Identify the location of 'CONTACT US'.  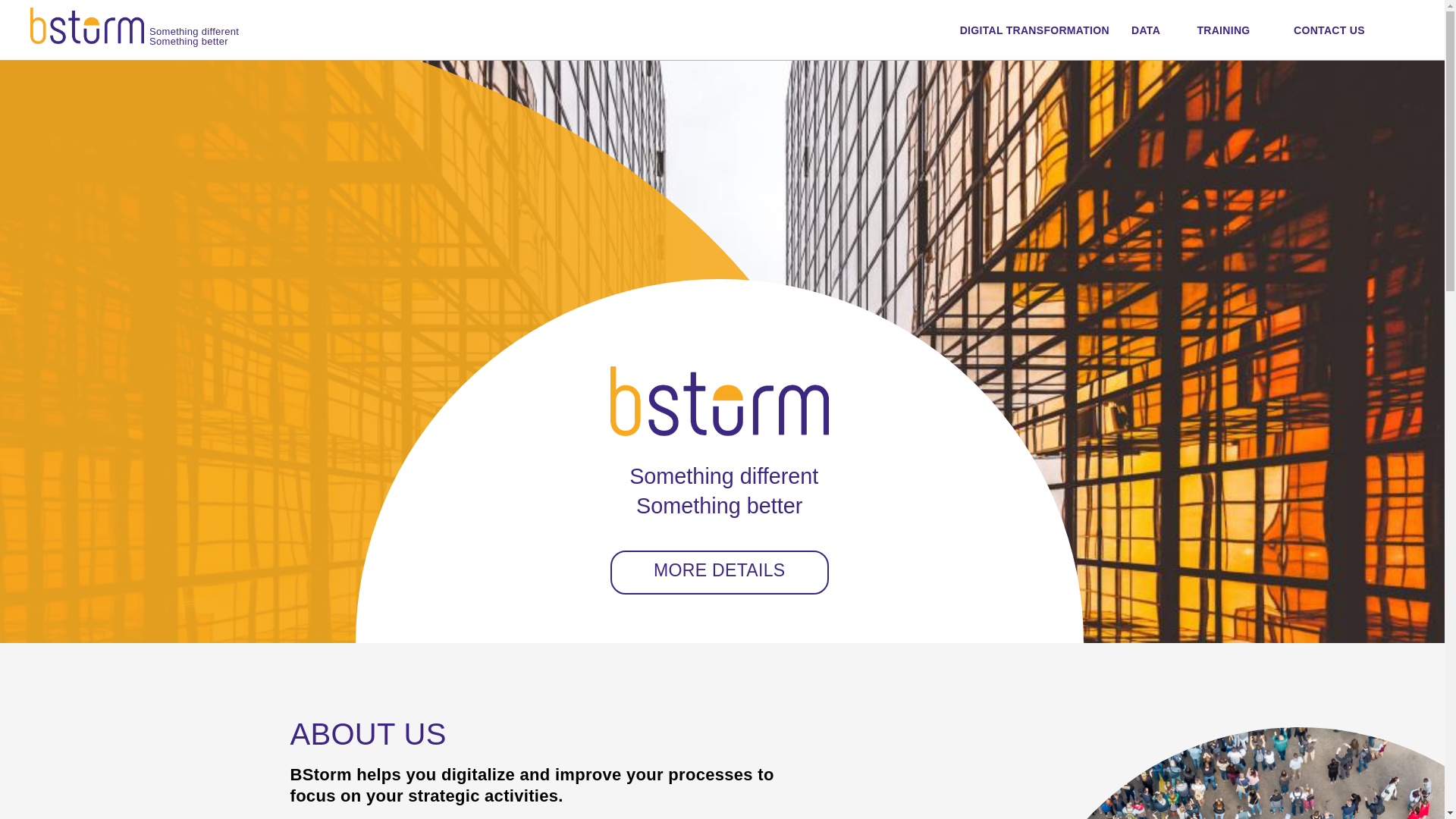
(1321, 30).